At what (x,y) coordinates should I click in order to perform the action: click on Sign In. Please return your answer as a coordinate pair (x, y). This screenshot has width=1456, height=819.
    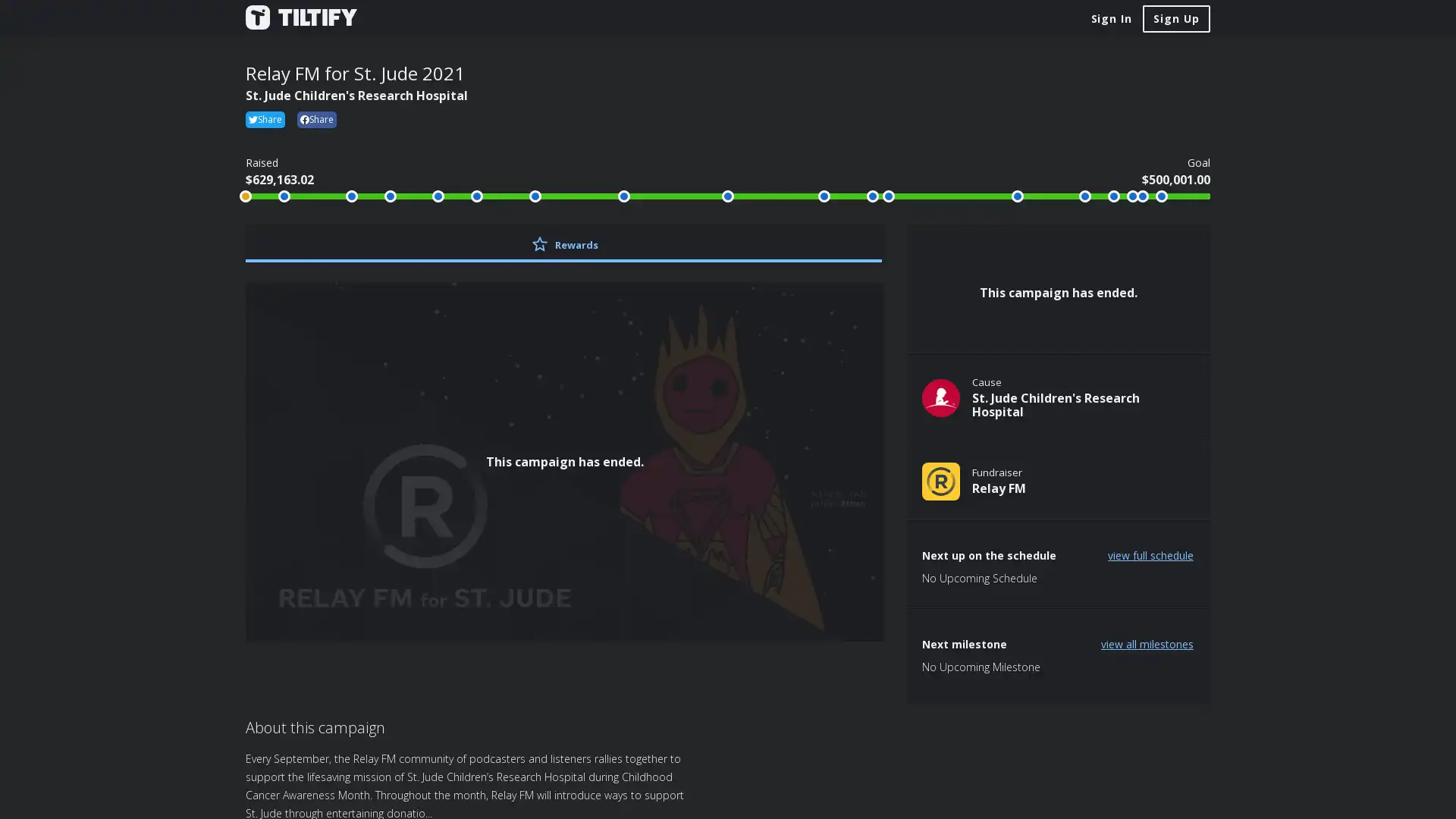
    Looking at the image, I should click on (1111, 18).